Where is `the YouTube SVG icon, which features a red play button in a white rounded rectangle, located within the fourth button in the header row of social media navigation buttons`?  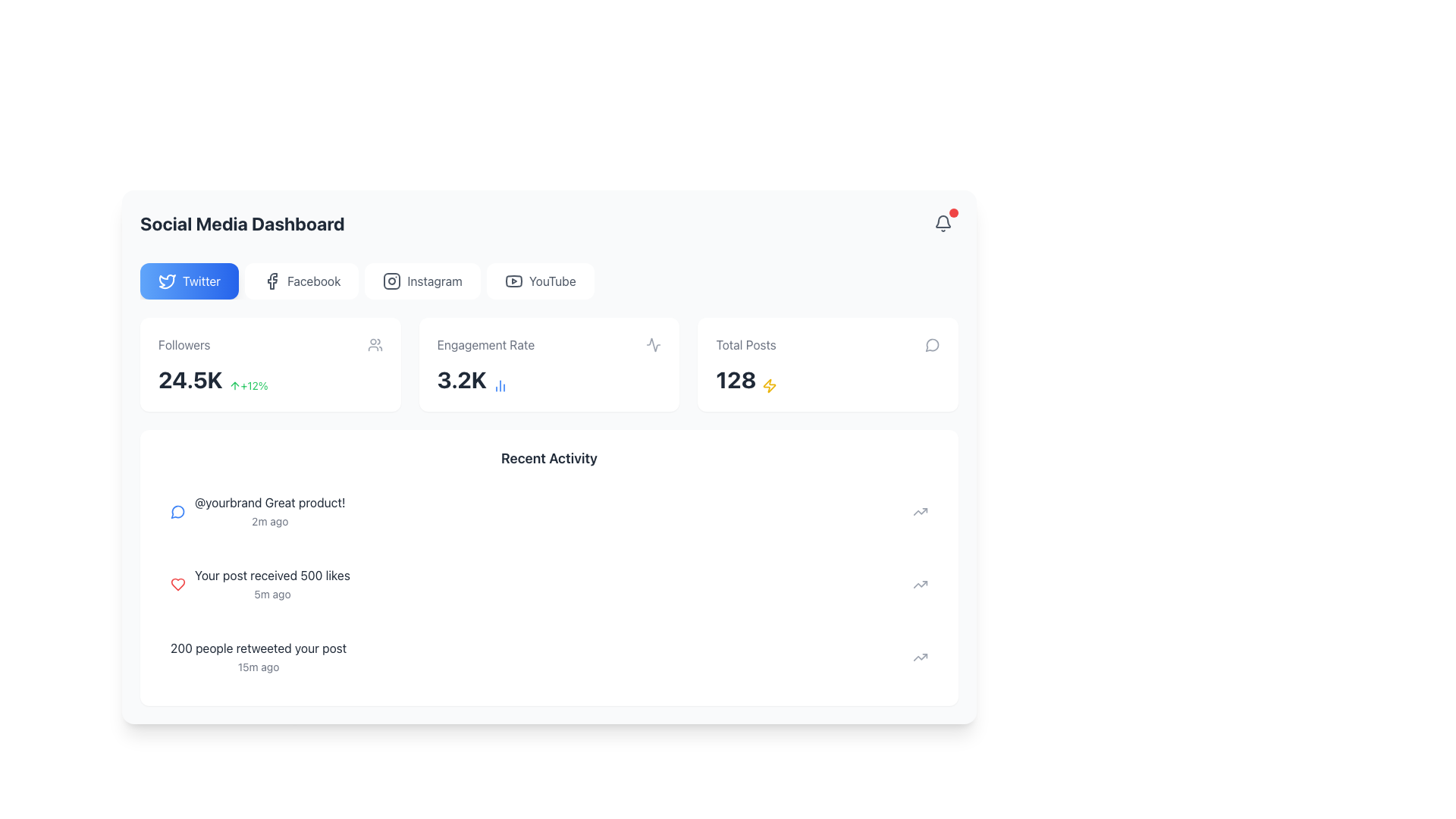 the YouTube SVG icon, which features a red play button in a white rounded rectangle, located within the fourth button in the header row of social media navigation buttons is located at coordinates (513, 281).